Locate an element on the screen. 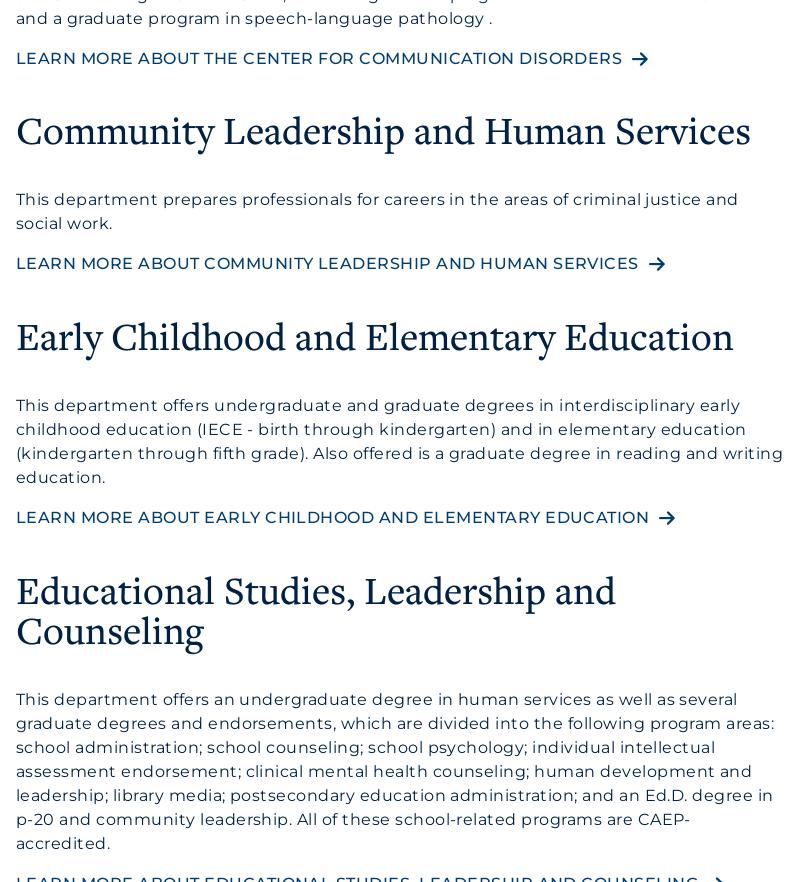 This screenshot has height=882, width=800. 'This department offers undergraduate and graduate degrees in interdisciplinary early
                  childhood education (IECE - birth through kindergarten) and in elementary education
                  (kindergarten through fifth grade). Also offered is a graduate degree in reading and
                  writing education.' is located at coordinates (16, 441).